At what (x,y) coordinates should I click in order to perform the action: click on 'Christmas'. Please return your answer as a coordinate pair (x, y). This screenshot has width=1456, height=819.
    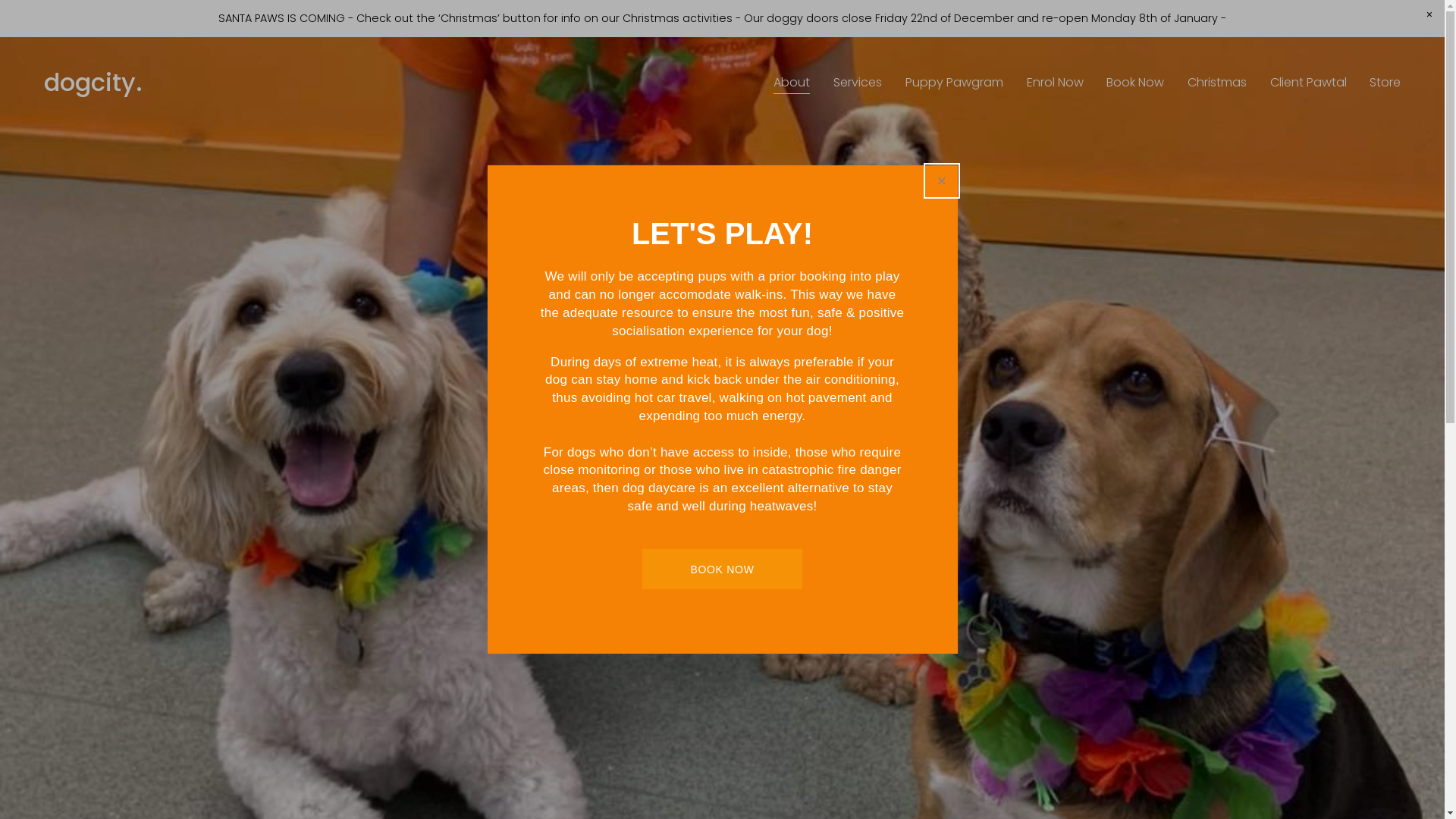
    Looking at the image, I should click on (1216, 83).